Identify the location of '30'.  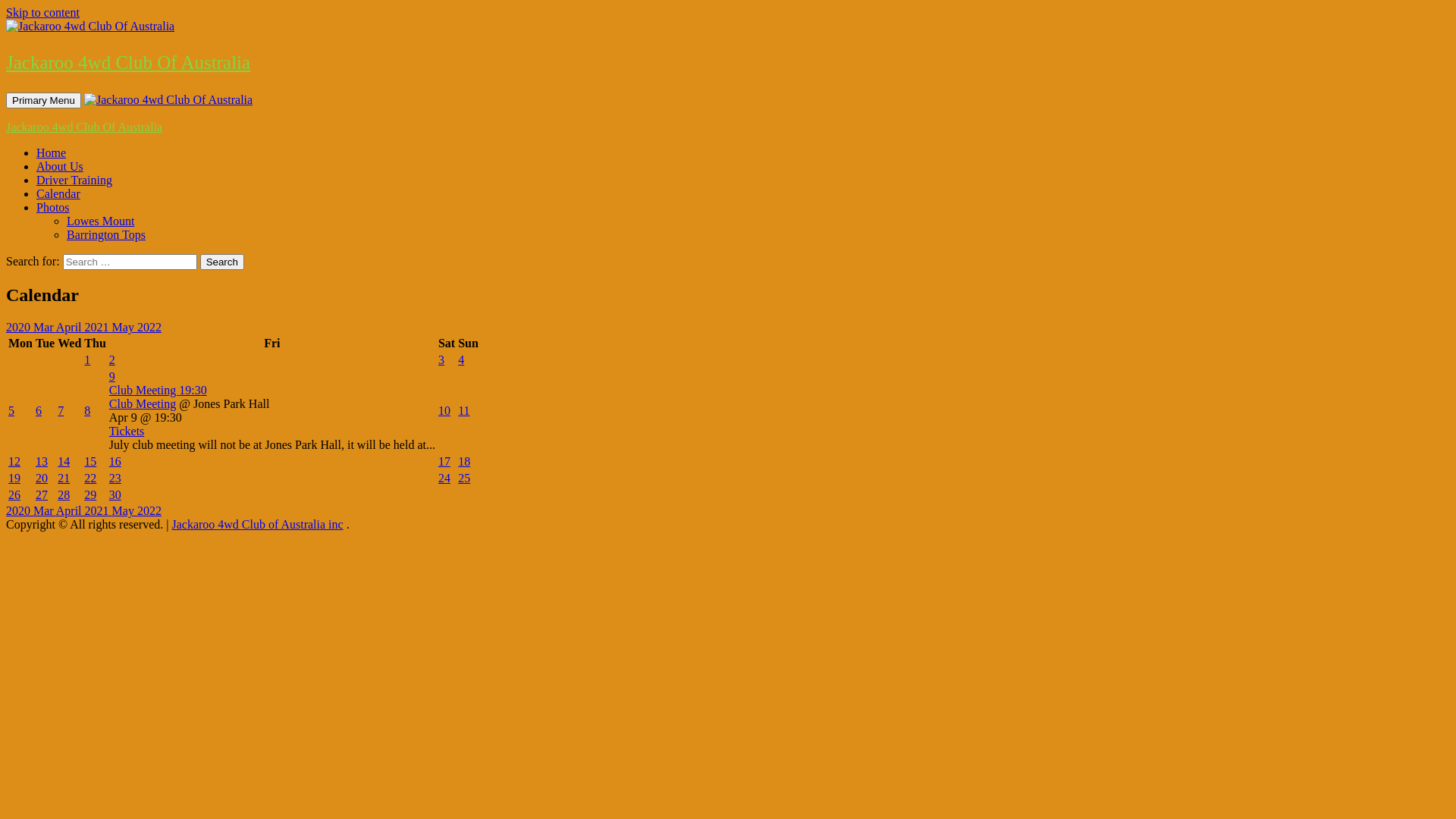
(115, 494).